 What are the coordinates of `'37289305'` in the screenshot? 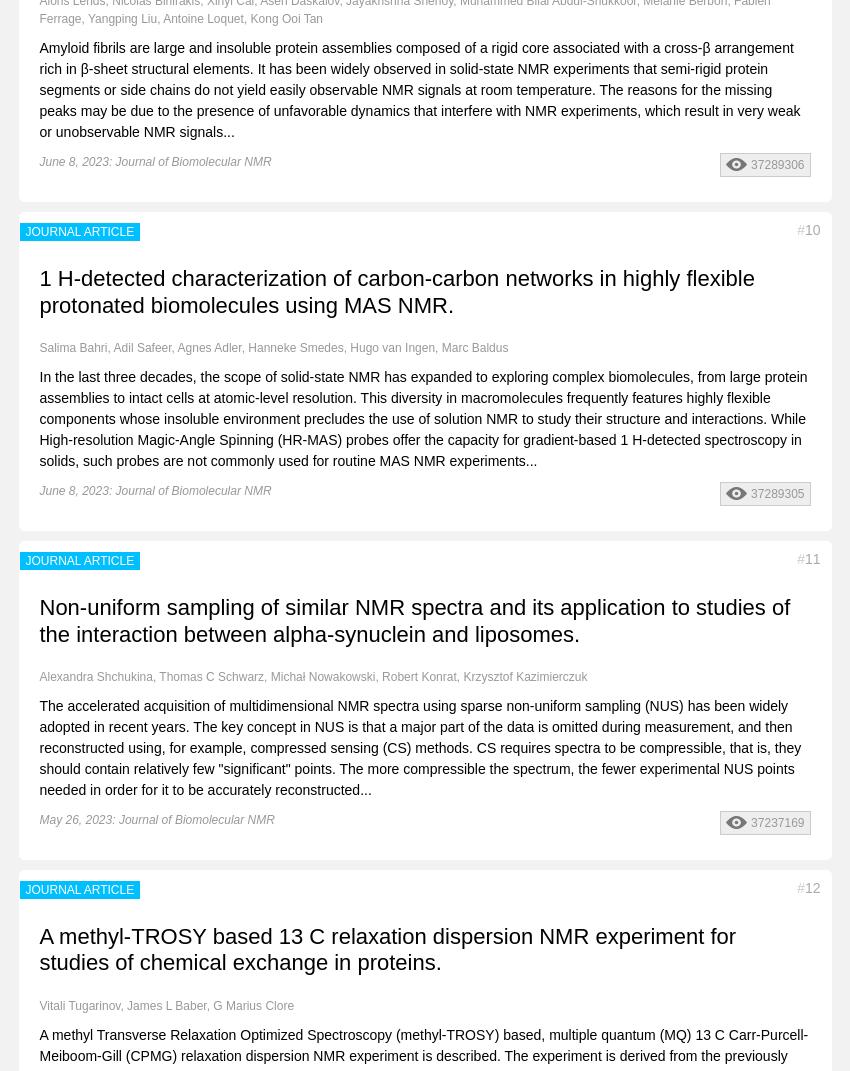 It's located at (776, 493).